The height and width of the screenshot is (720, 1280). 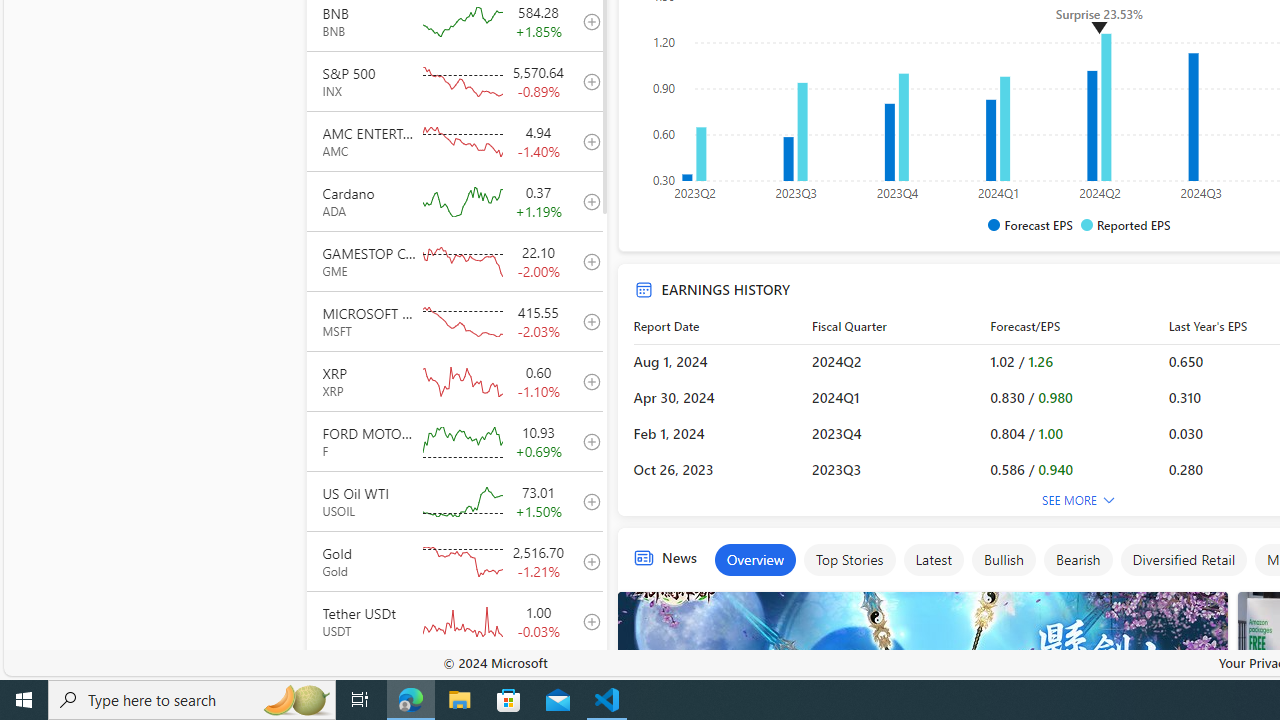 I want to click on 'Bullish', so click(x=1003, y=560).